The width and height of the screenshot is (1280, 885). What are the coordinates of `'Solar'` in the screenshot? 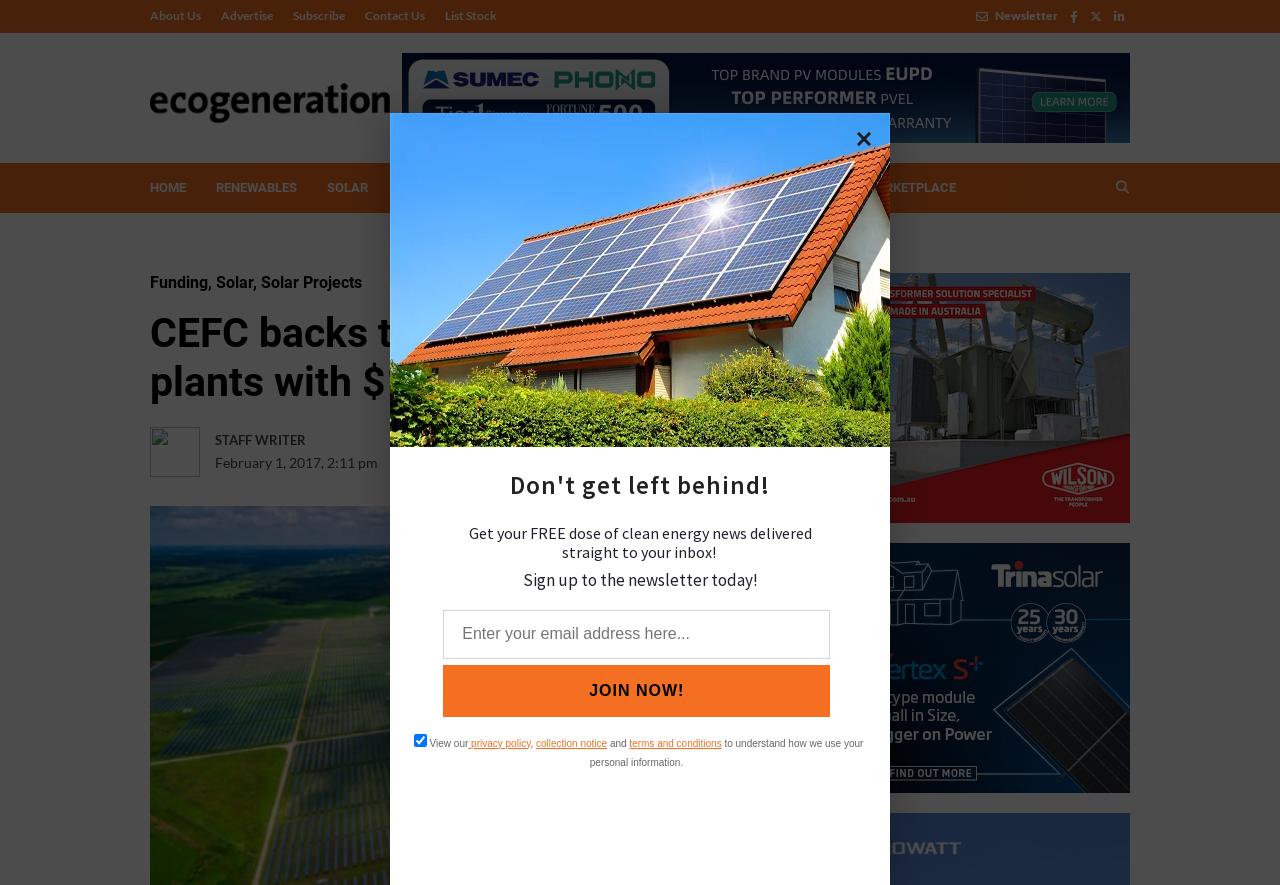 It's located at (216, 281).